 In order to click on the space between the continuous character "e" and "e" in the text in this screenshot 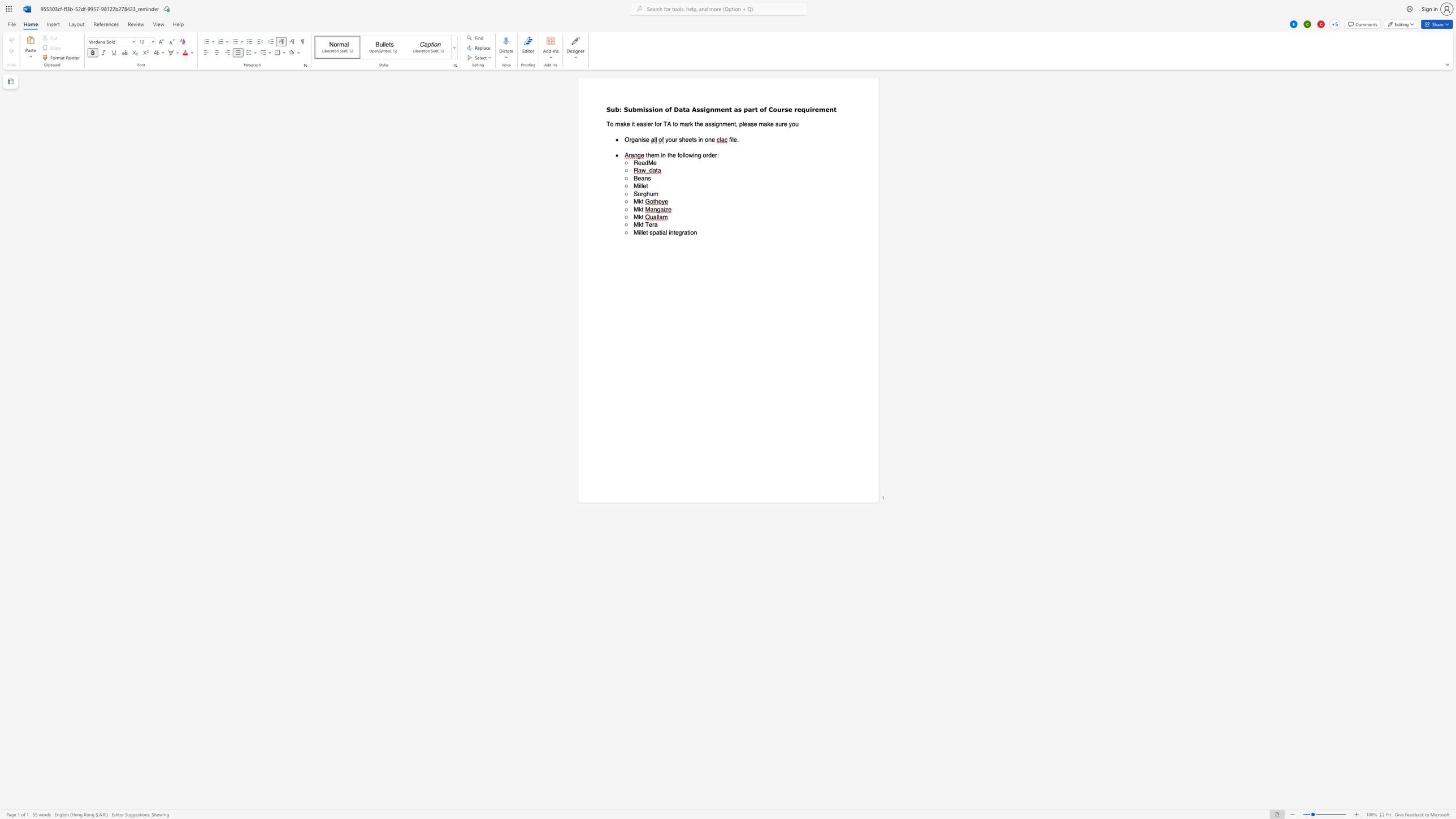, I will do `click(688, 139)`.